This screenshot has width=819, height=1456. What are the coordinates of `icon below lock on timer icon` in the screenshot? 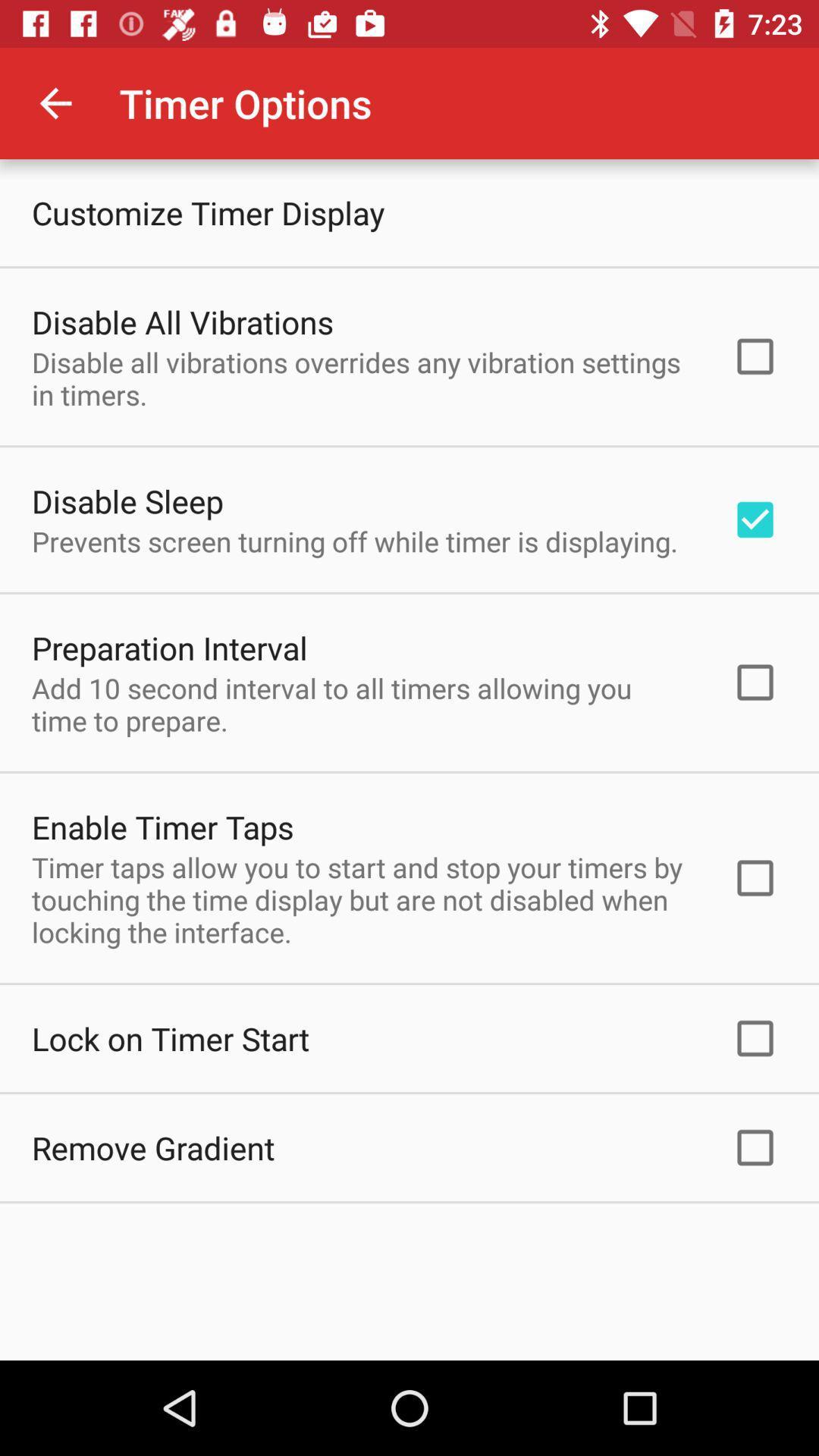 It's located at (153, 1147).